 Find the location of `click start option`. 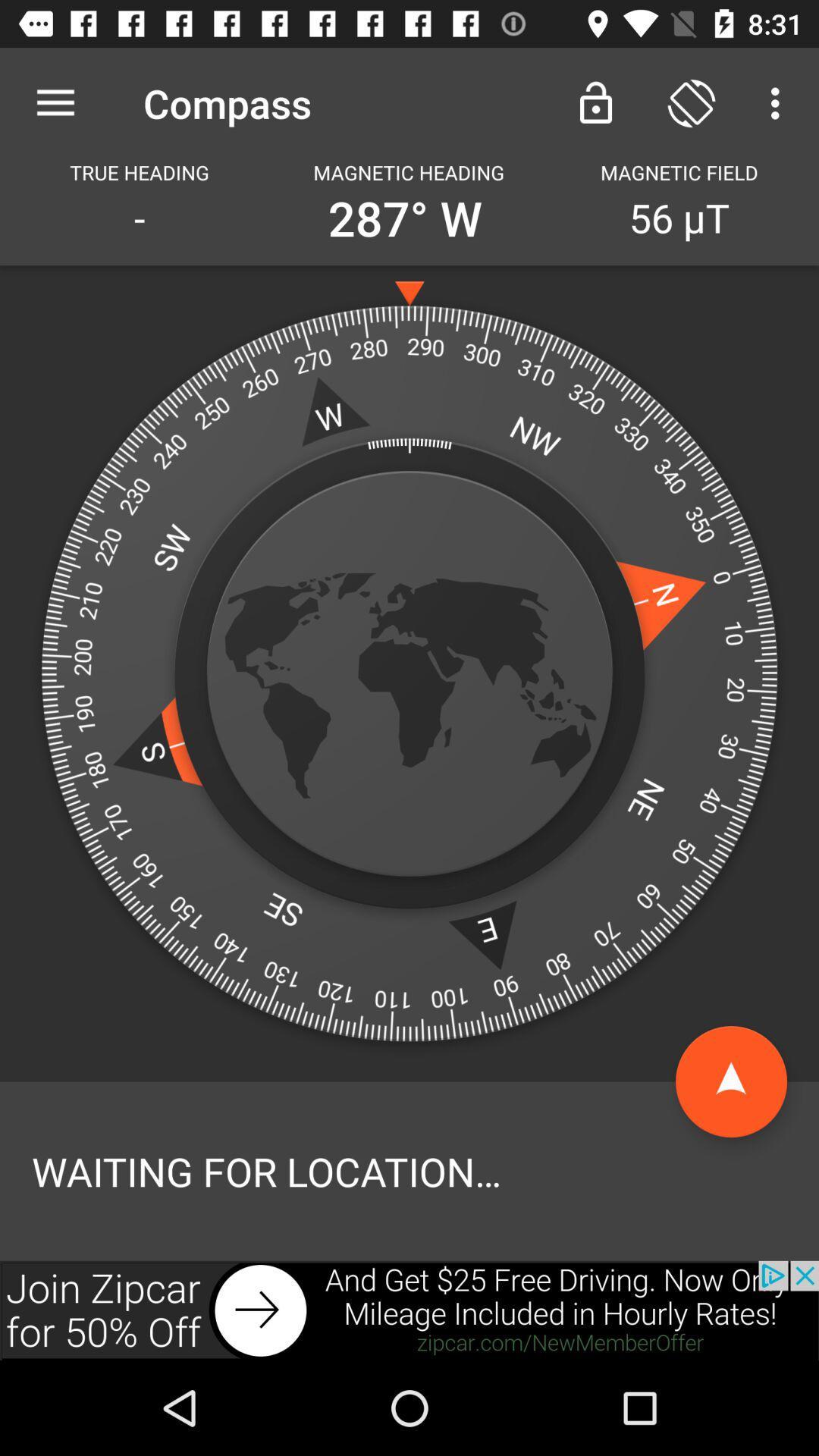

click start option is located at coordinates (730, 1081).